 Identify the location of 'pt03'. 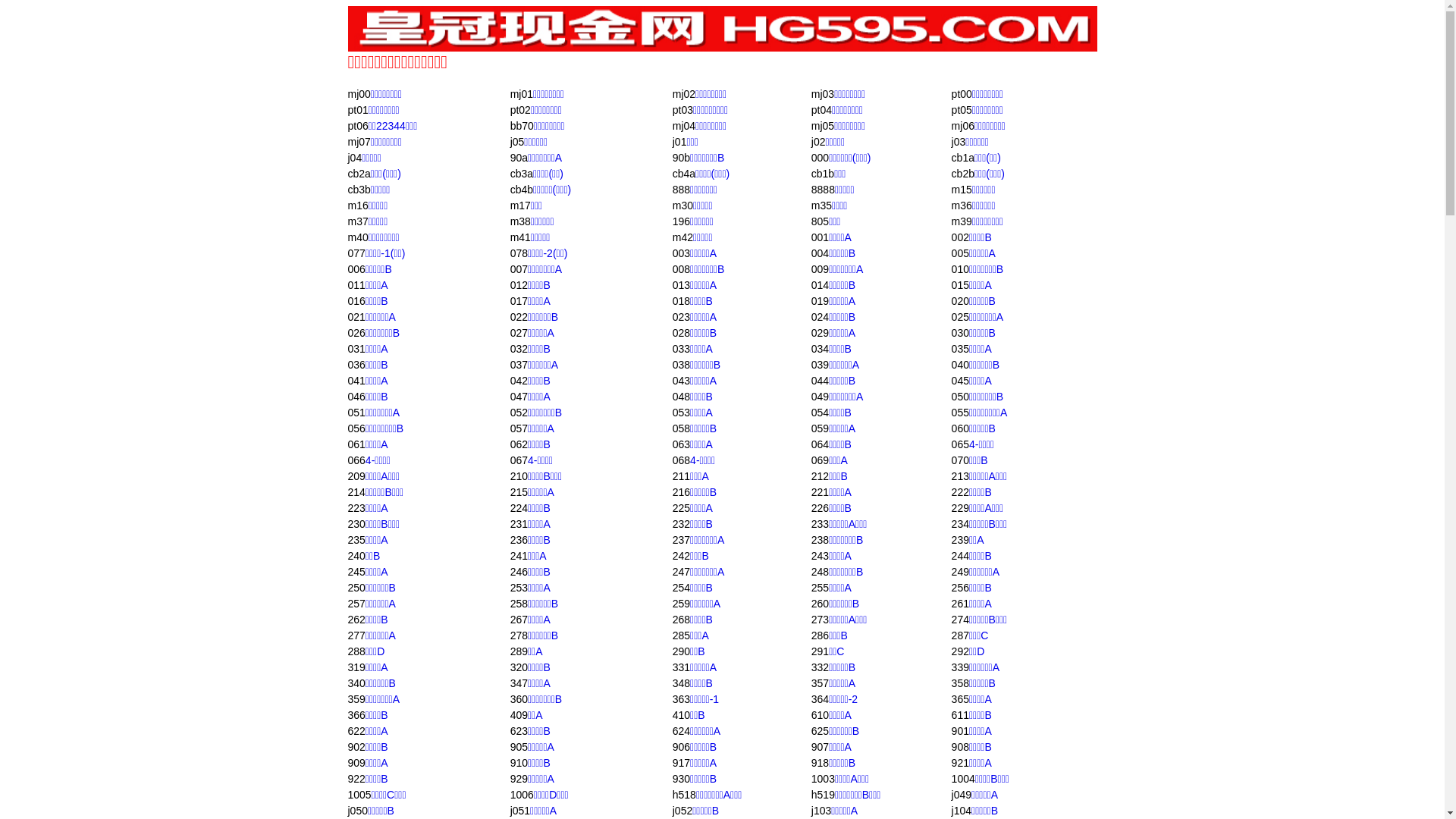
(682, 109).